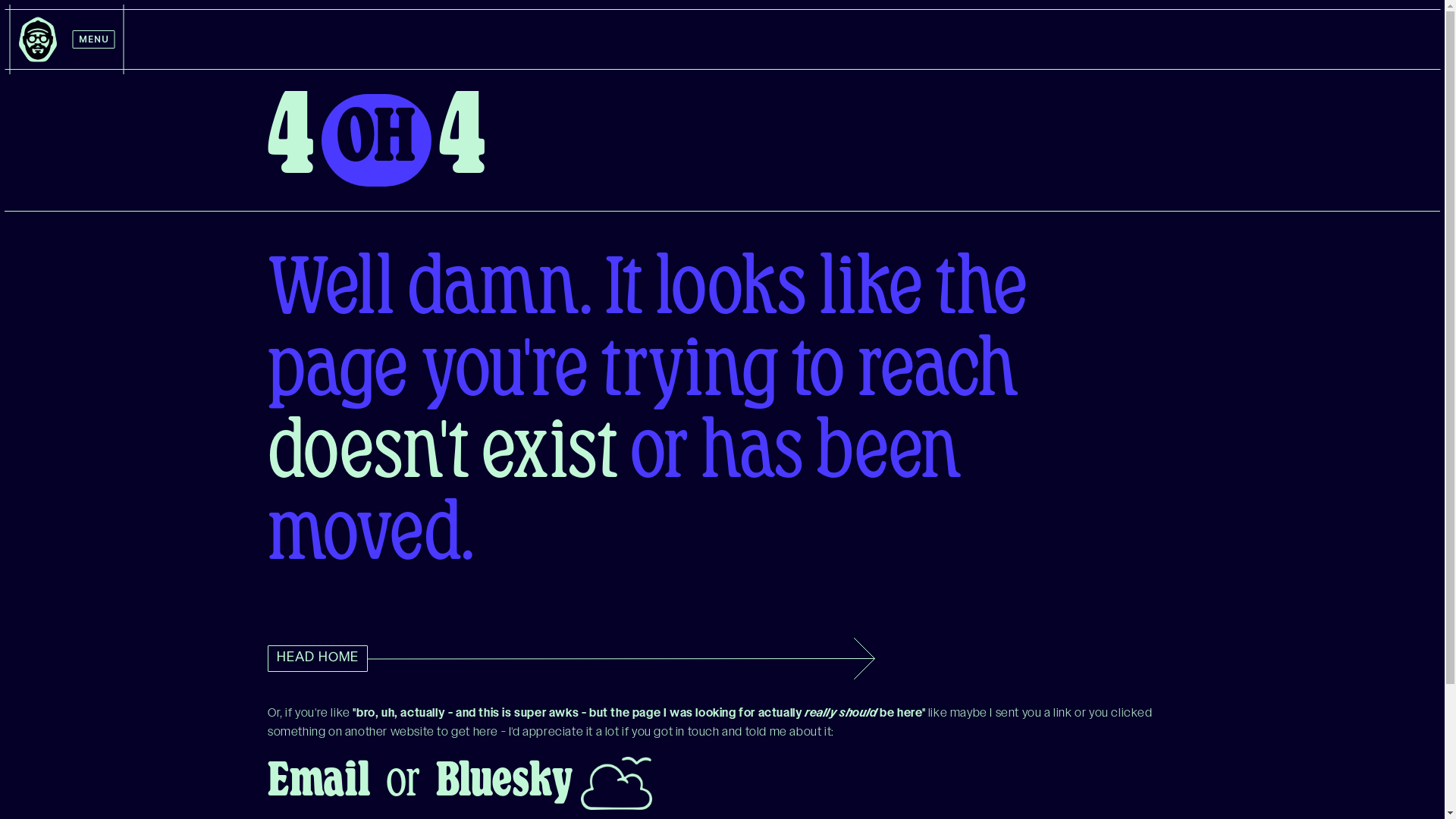  I want to click on 'HEAD HOME', so click(315, 657).